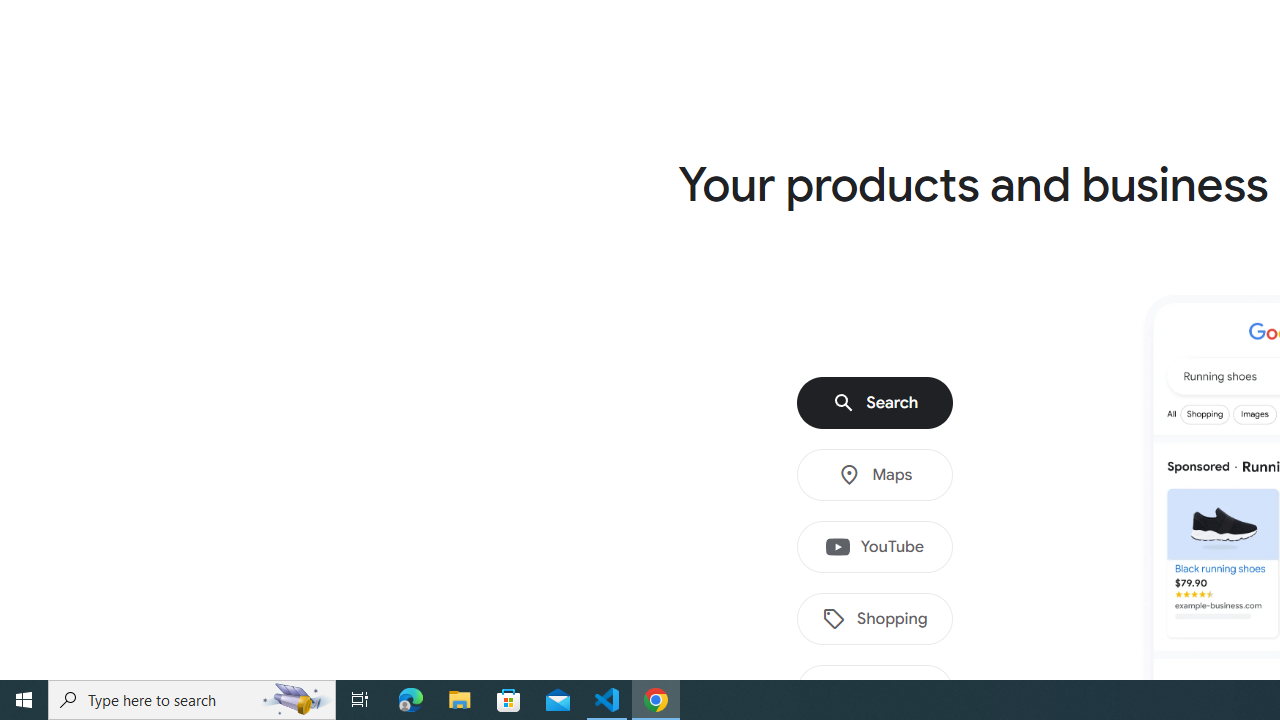 The image size is (1280, 720). I want to click on 'Maps', so click(875, 475).